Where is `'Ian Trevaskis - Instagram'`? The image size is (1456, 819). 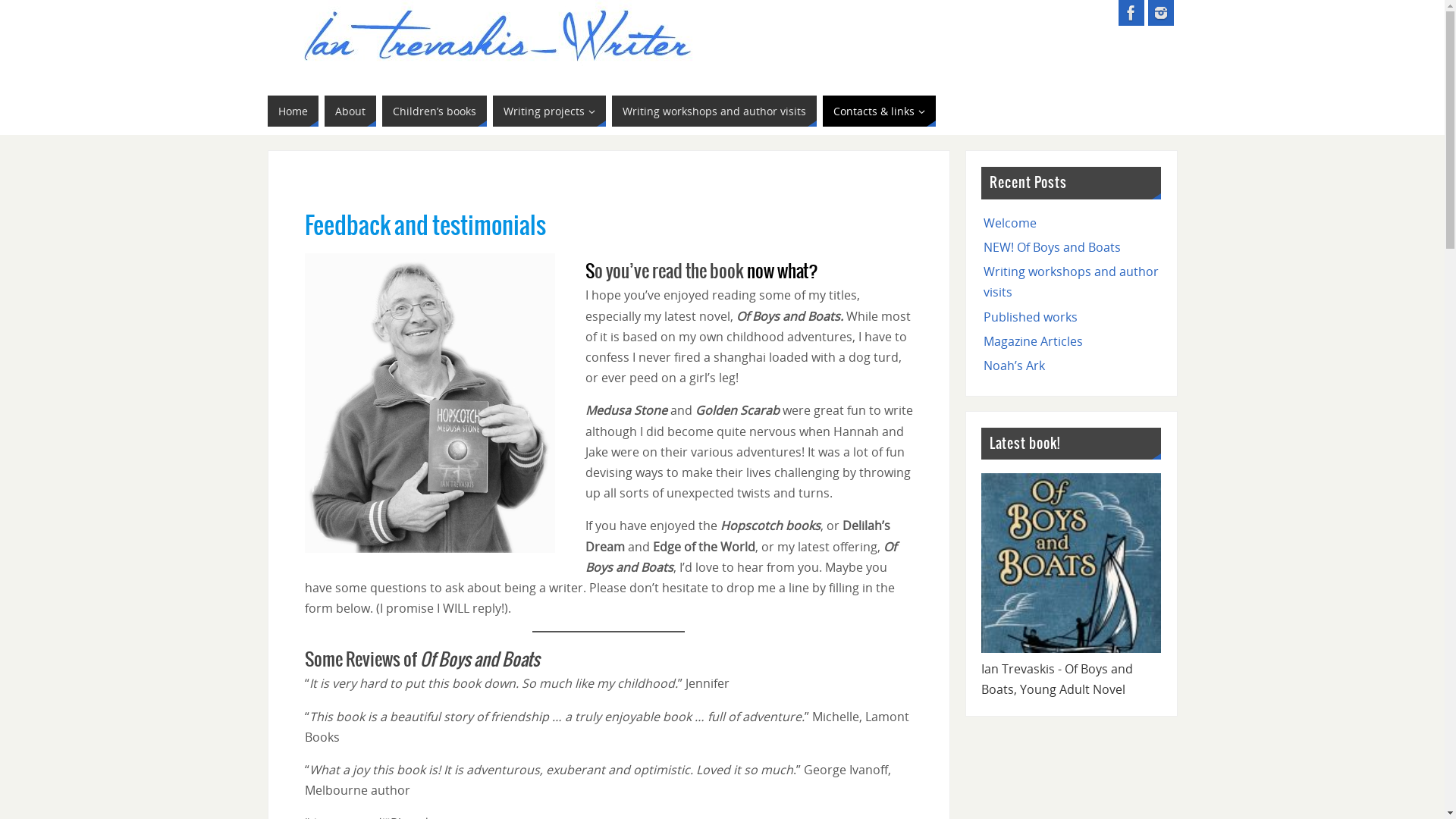 'Ian Trevaskis - Instagram' is located at coordinates (1147, 12).